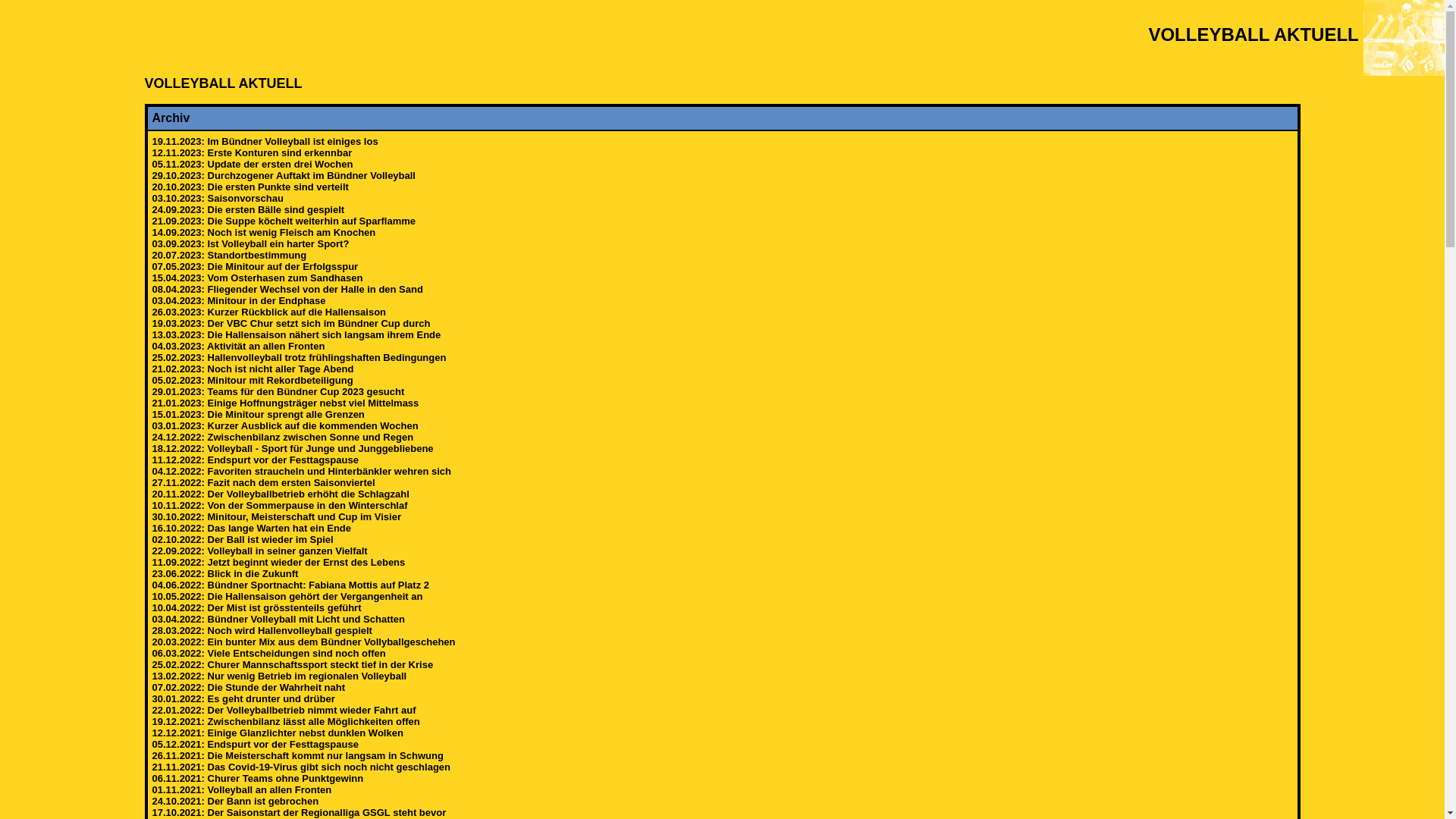 This screenshot has width=1456, height=819. I want to click on '27.11.2022: Fazit nach dem ersten Saisonviertel', so click(262, 482).